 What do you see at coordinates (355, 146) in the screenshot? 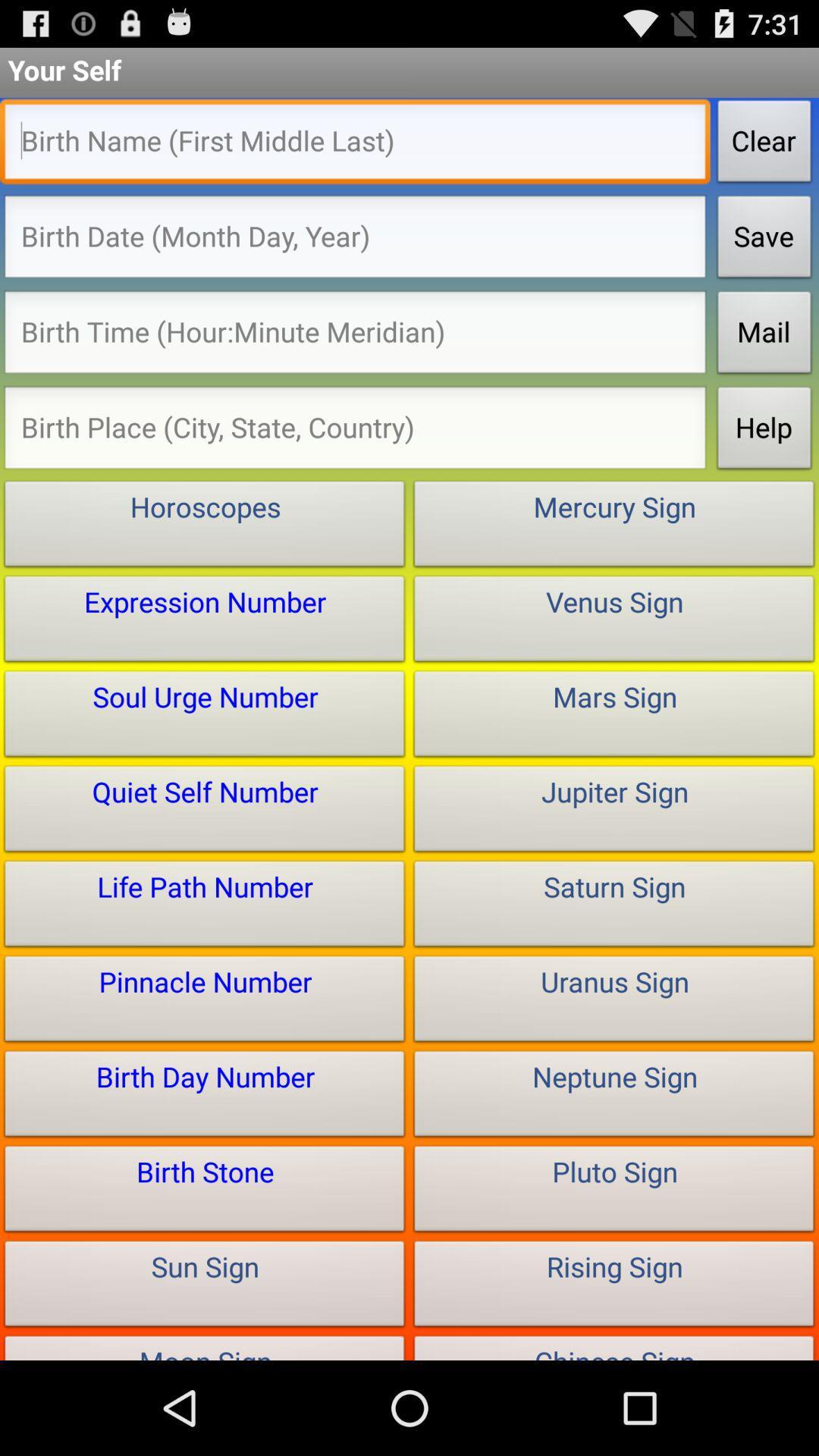
I see `type in name` at bounding box center [355, 146].